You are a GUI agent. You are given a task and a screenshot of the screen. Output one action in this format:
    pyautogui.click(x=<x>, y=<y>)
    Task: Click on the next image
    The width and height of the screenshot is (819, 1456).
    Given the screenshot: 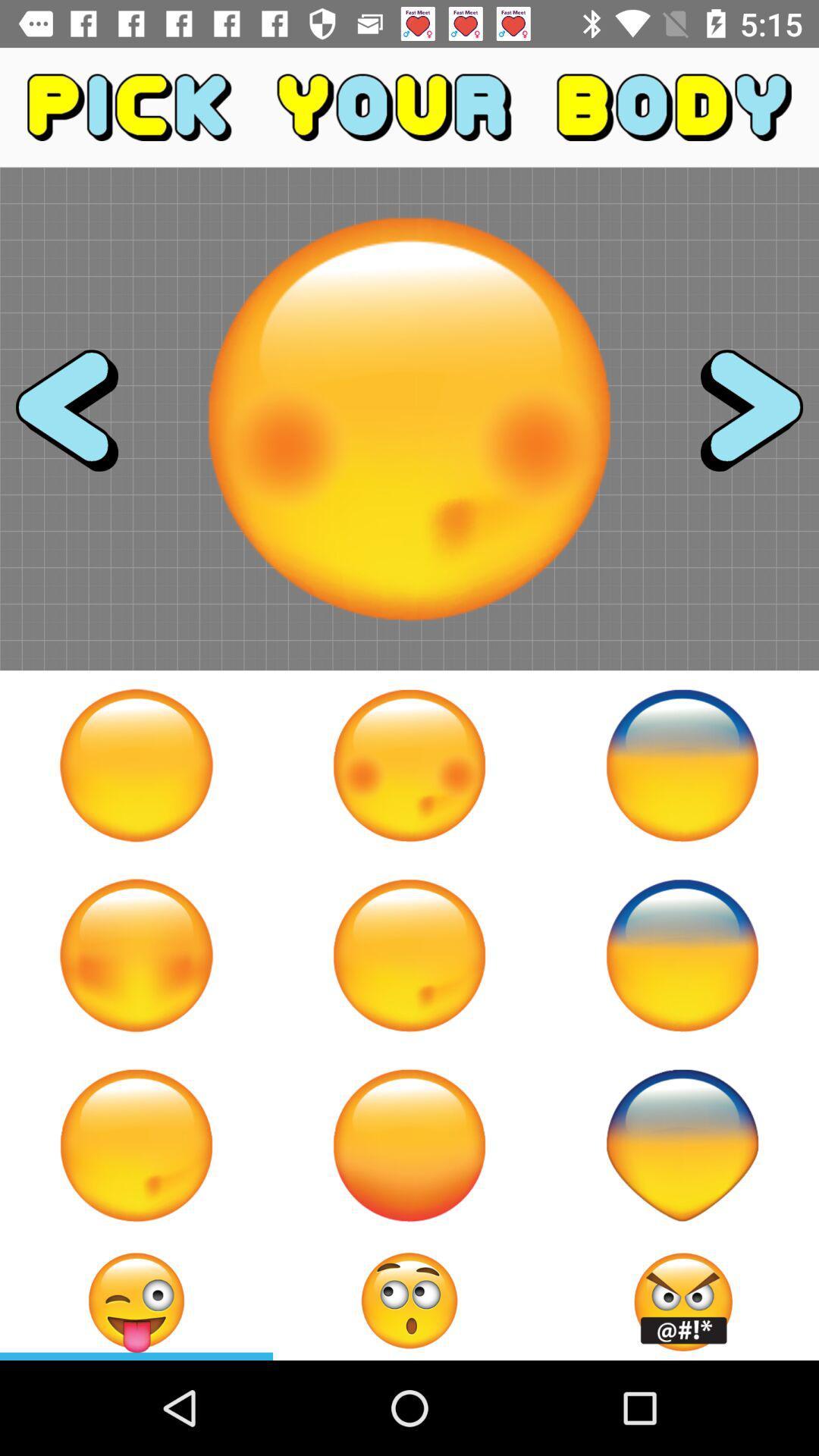 What is the action you would take?
    pyautogui.click(x=737, y=419)
    